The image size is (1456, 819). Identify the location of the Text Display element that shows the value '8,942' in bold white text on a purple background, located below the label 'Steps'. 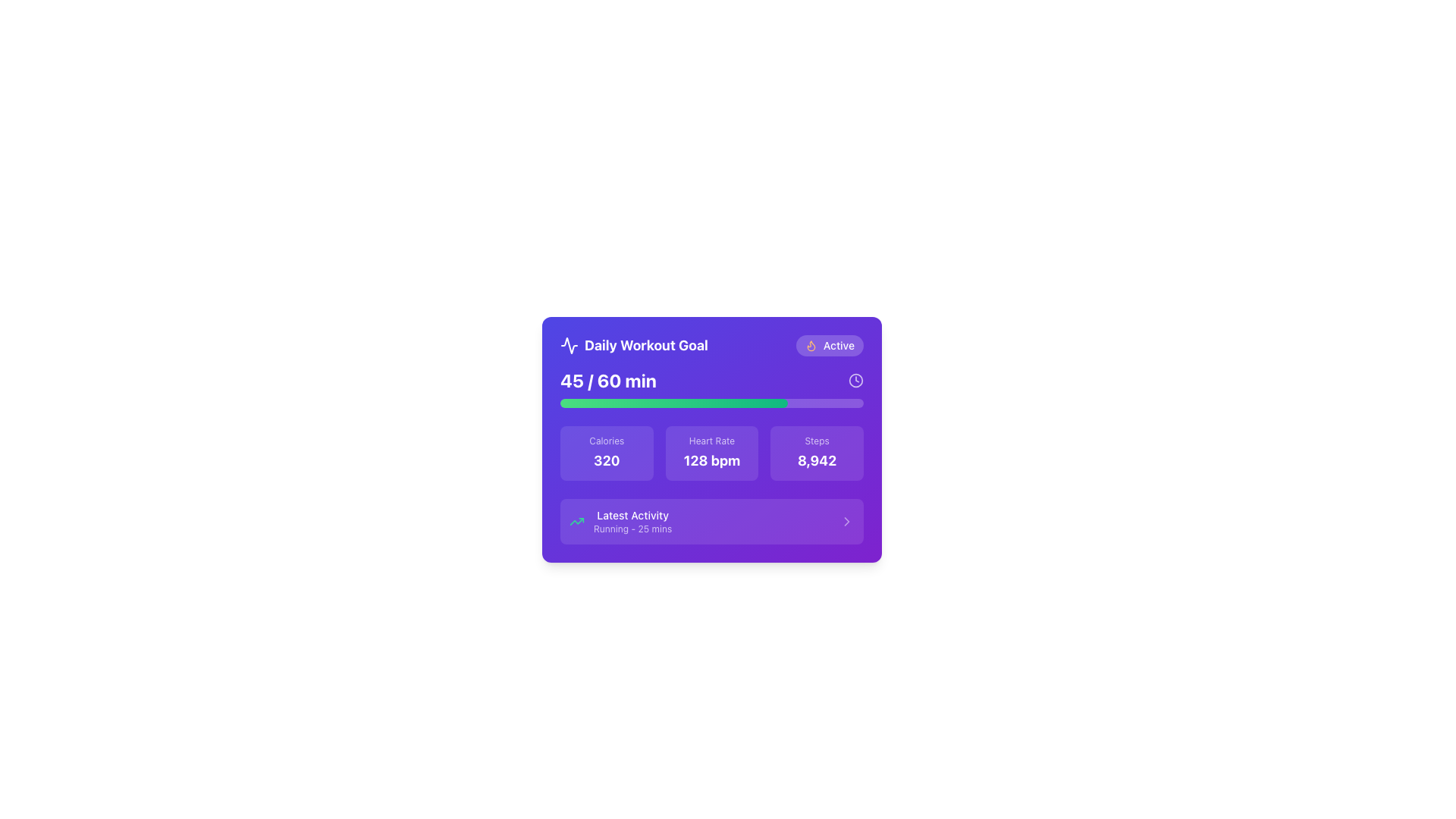
(816, 460).